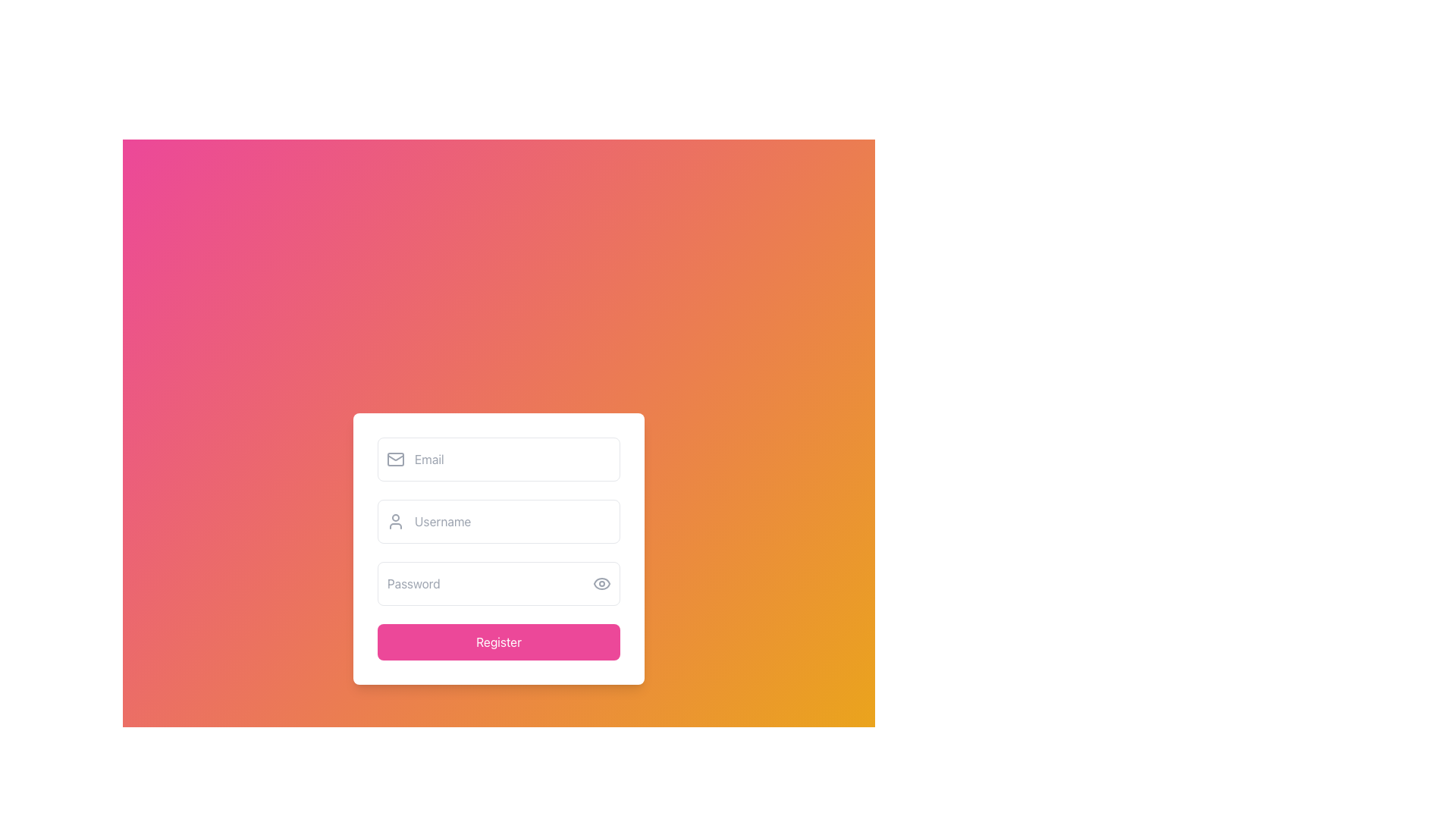  Describe the element at coordinates (396, 458) in the screenshot. I see `the rectangular icon within the mail icon in the email form field, located at the top-left corner of the form field` at that location.